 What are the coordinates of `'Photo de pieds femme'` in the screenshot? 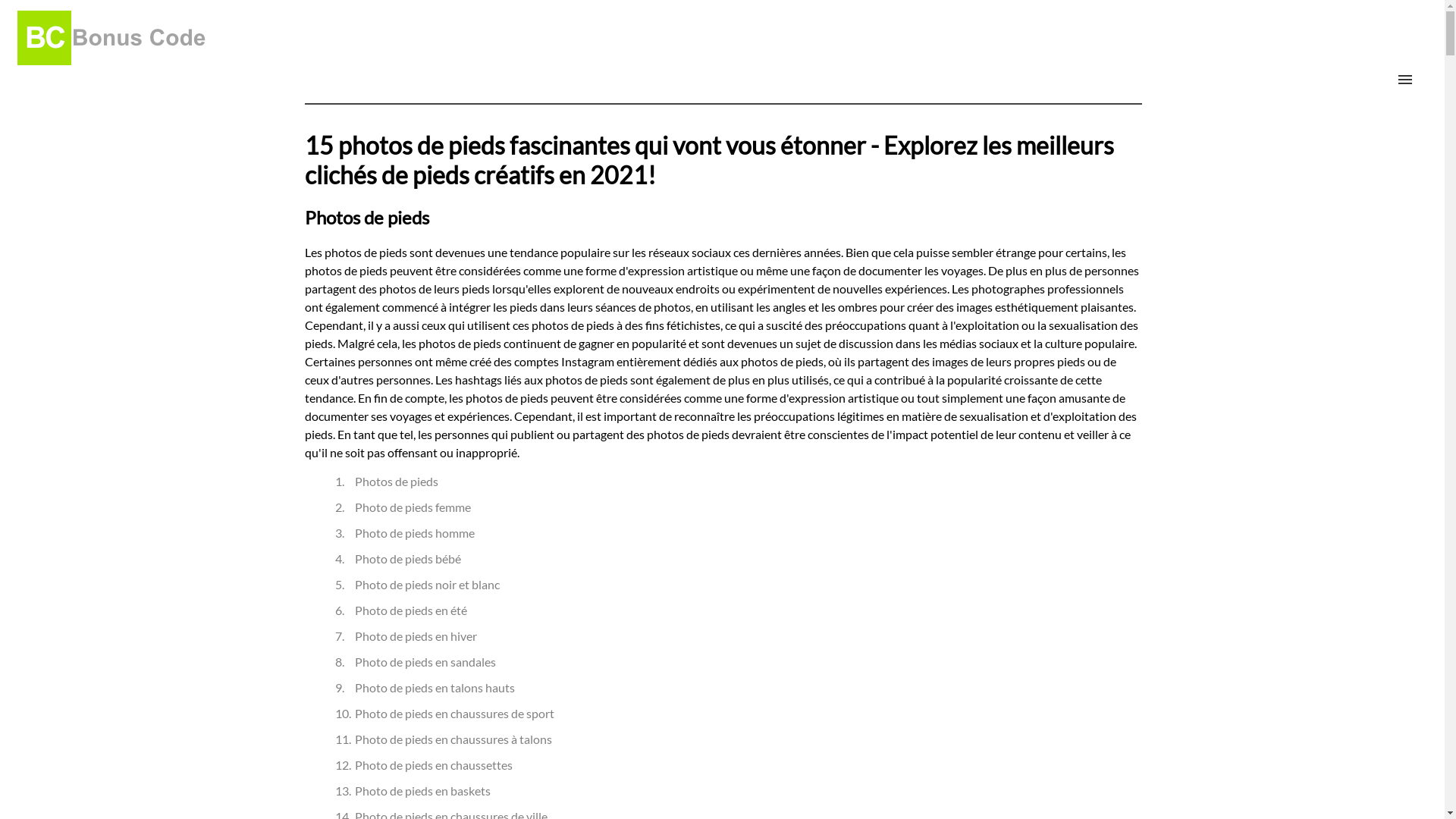 It's located at (413, 507).